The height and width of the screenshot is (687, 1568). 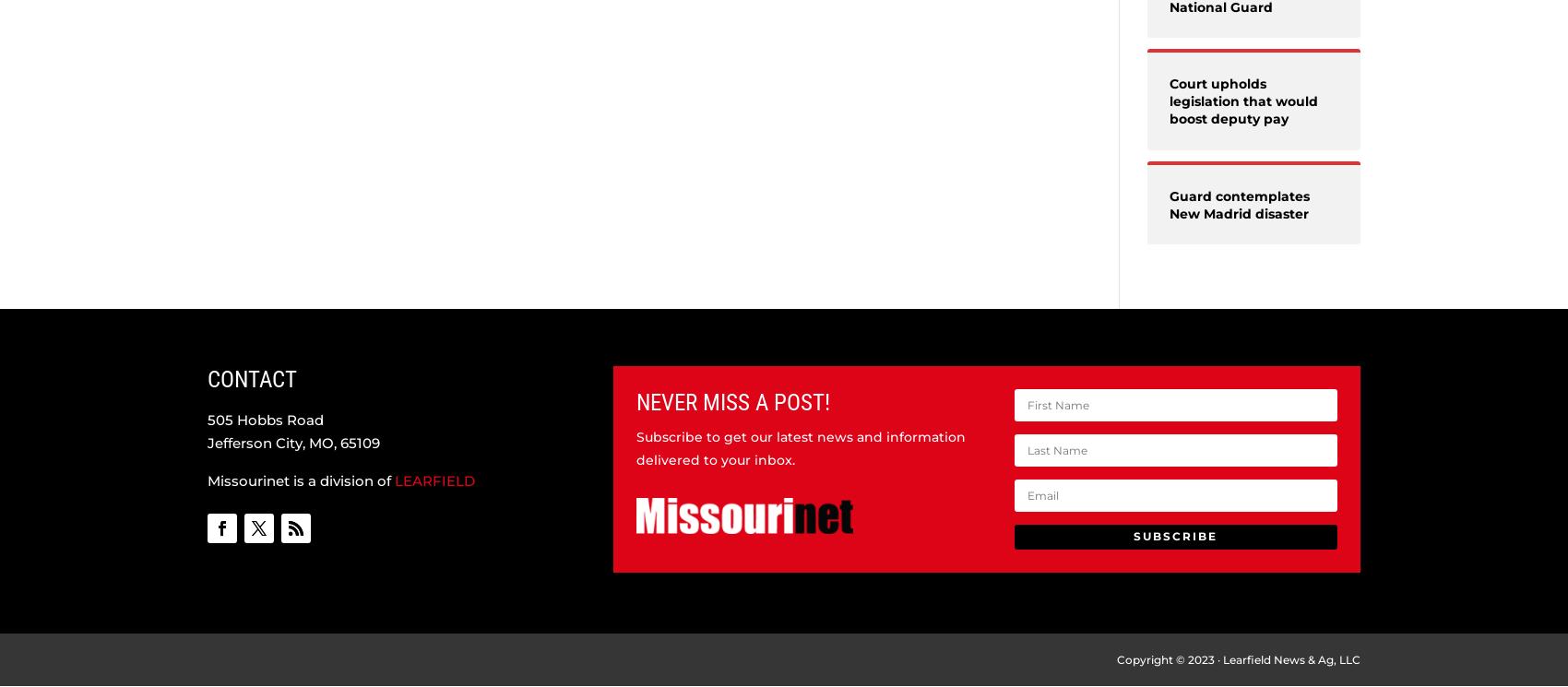 What do you see at coordinates (1239, 658) in the screenshot?
I see `'Copyright © 2023 · Learfield News & Ag, LLC'` at bounding box center [1239, 658].